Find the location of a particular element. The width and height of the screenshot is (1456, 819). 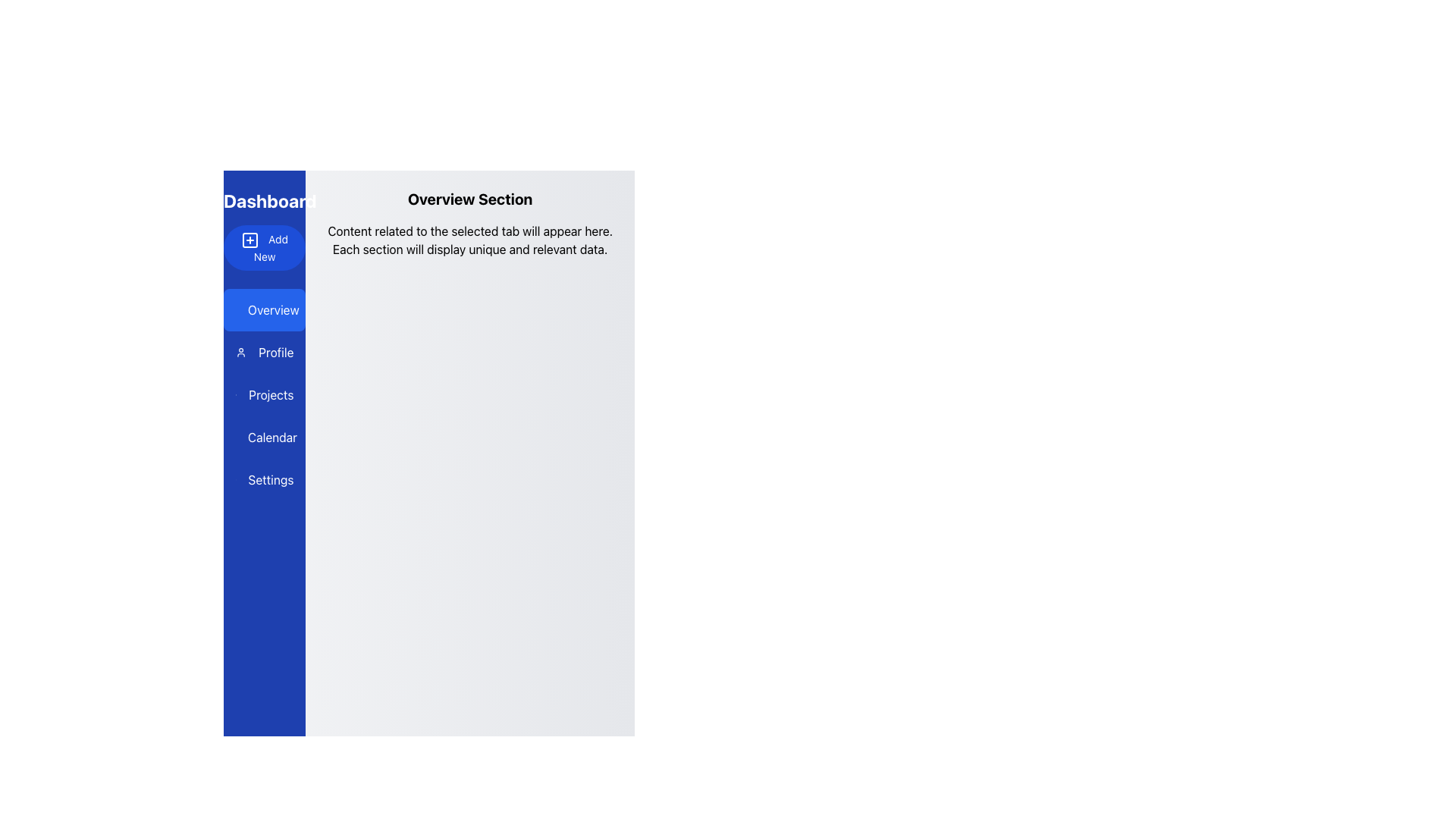

the 'Profile' navigation button located in the vertical sidebar menu, positioned below the 'Overview' item and above the 'Projects' item is located at coordinates (265, 353).